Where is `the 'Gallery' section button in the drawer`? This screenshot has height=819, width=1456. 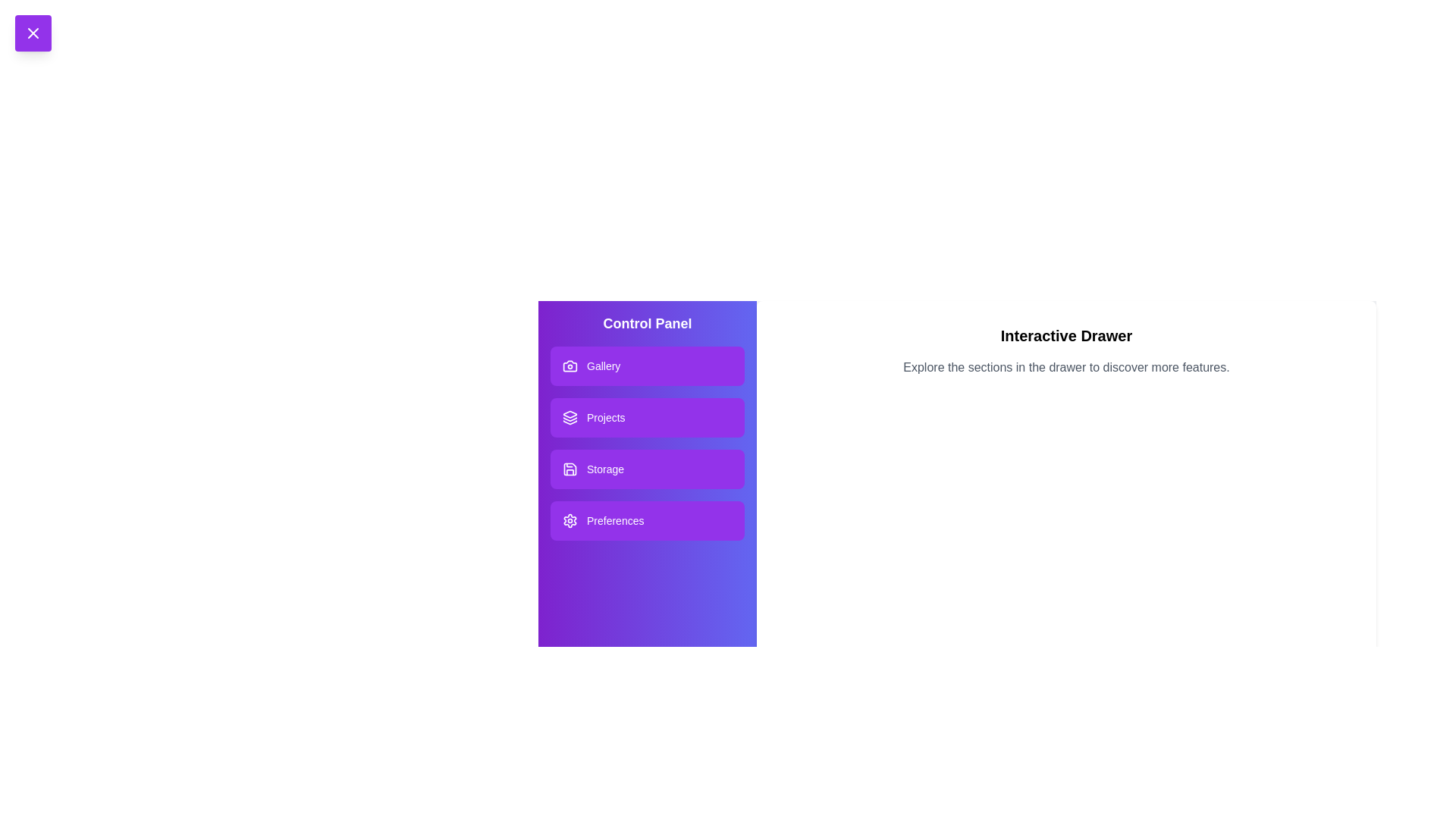 the 'Gallery' section button in the drawer is located at coordinates (648, 366).